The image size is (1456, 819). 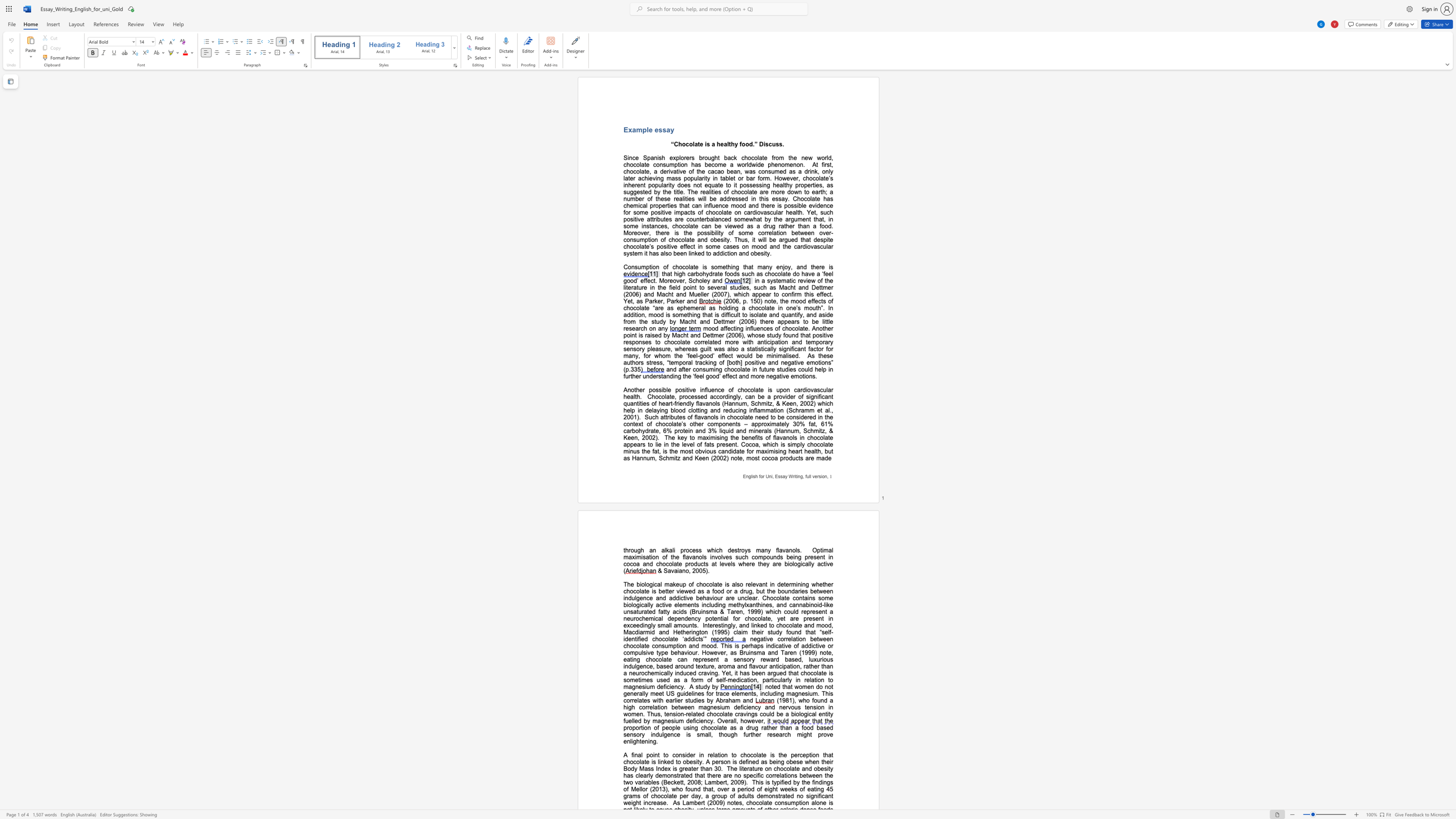 I want to click on the subset text "was also a statistically significant factor for many, f" within the text "guilt was also a statistically significant factor for many, for whom the ‘feel-good’ effect would be minimalised", so click(x=714, y=349).